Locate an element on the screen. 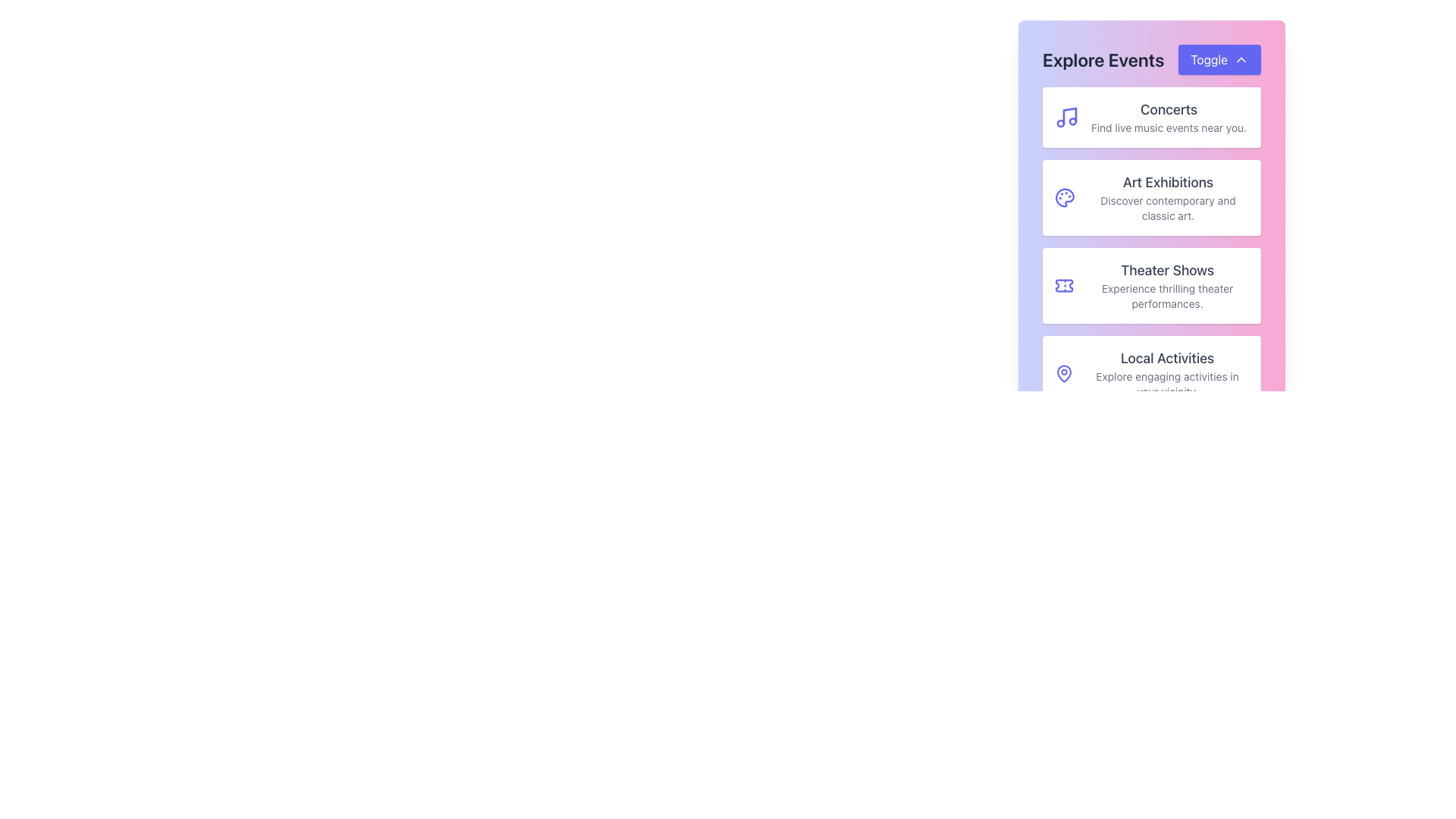  the vertical line component of the music note icon, which is black and located in the first icon under the 'Concerts' section of the interface menu is located at coordinates (1069, 115).